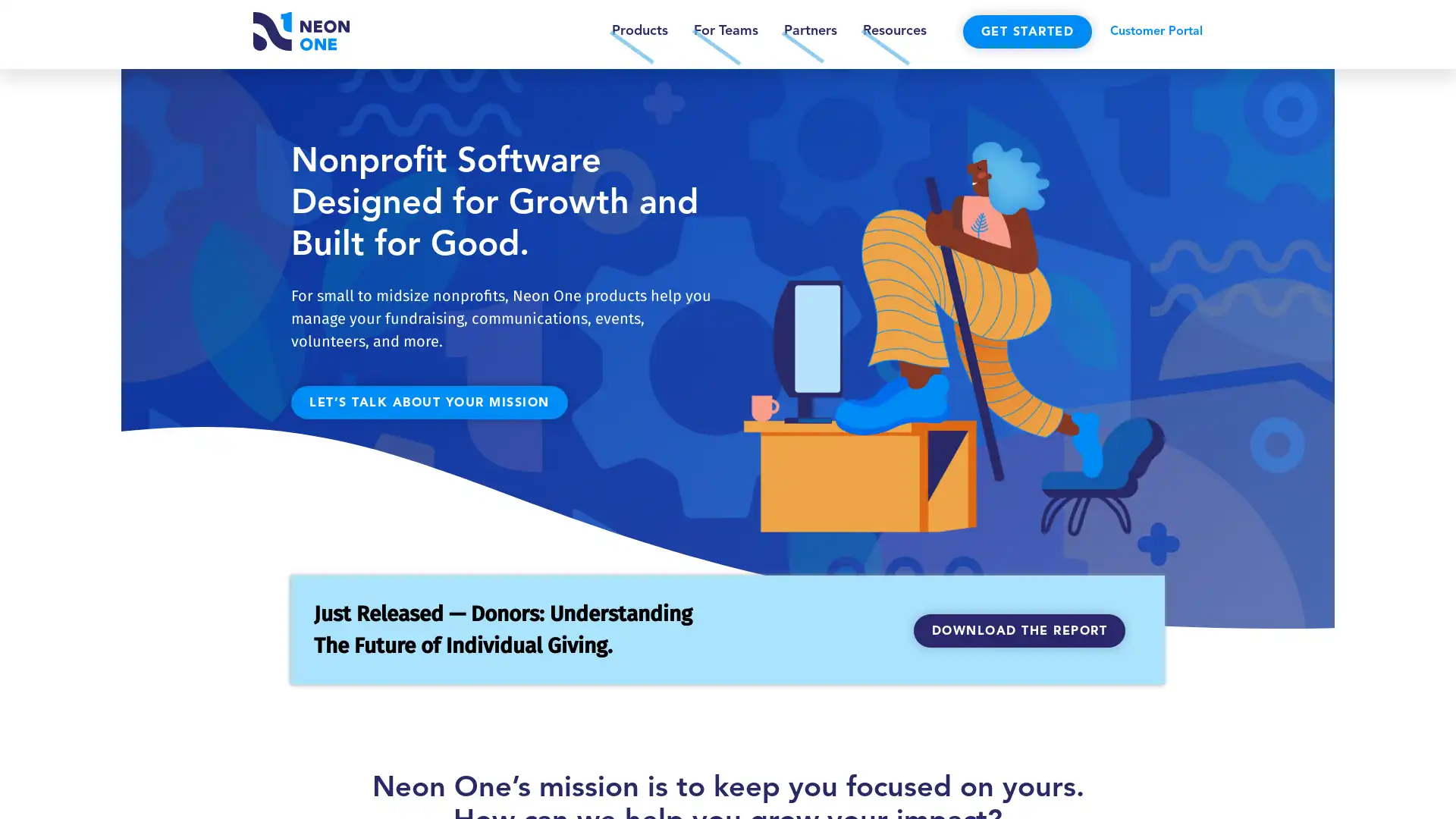 The width and height of the screenshot is (1456, 819). I want to click on Resources, so click(894, 31).